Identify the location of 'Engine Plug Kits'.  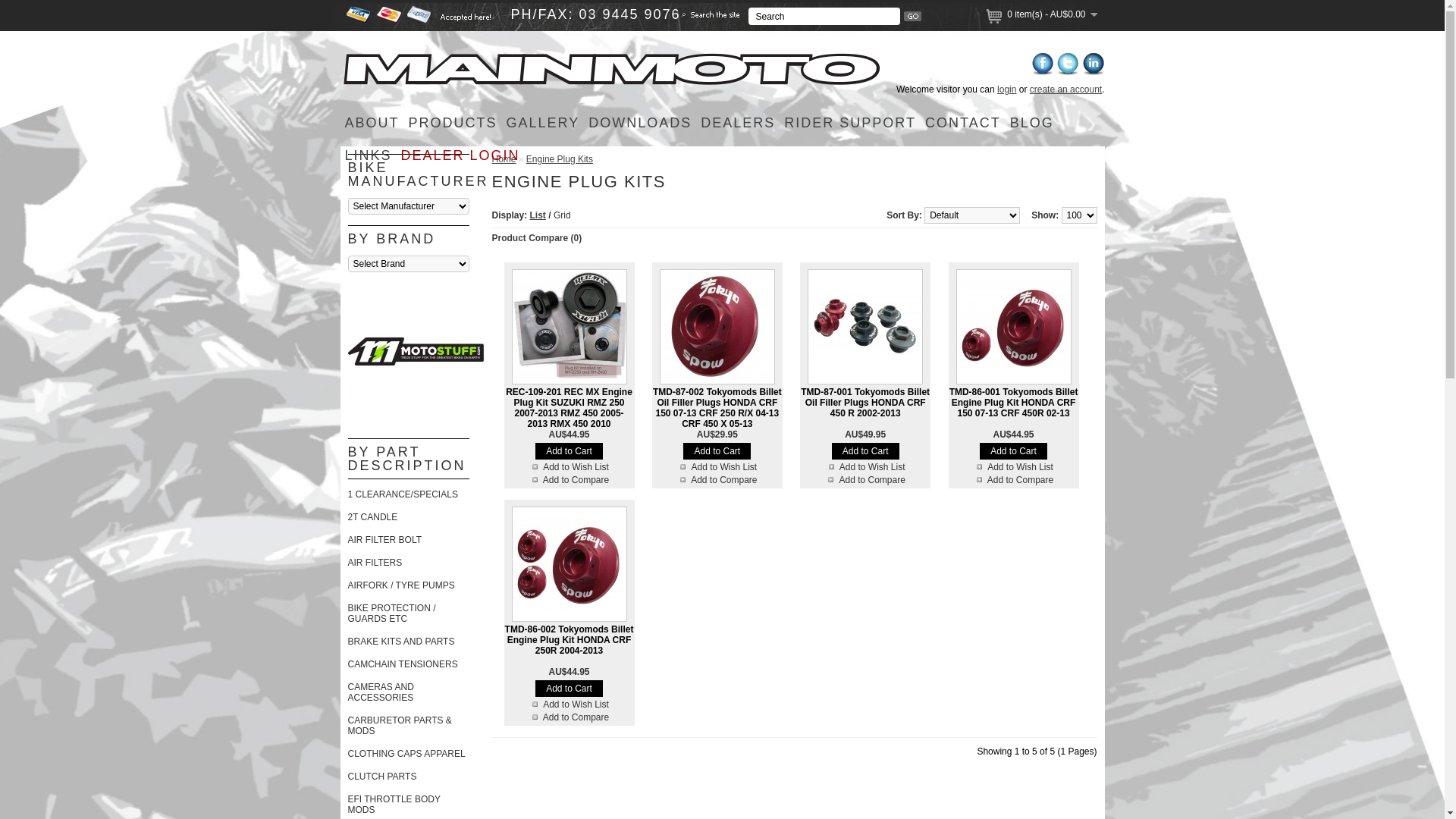
(559, 158).